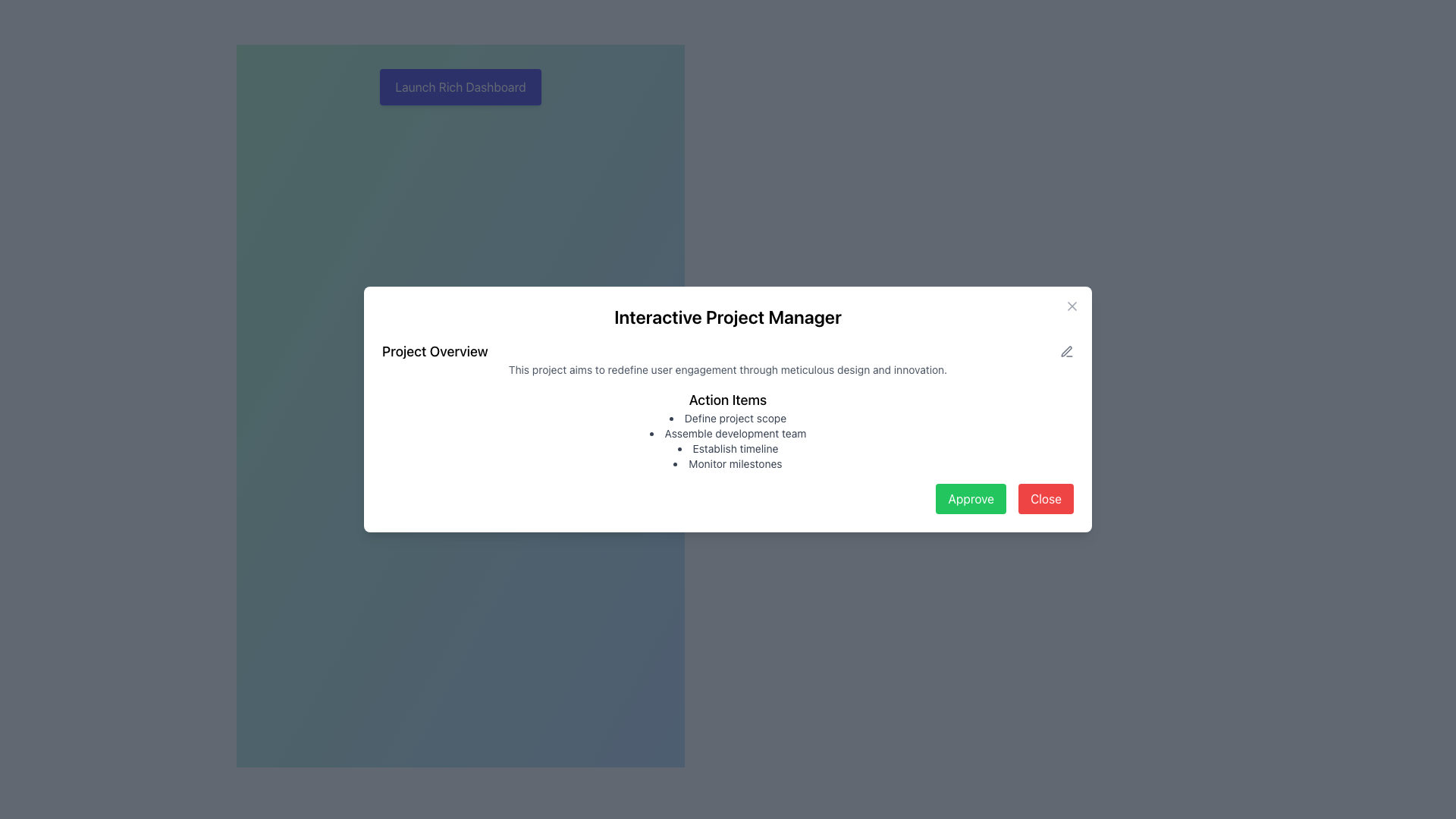 Image resolution: width=1456 pixels, height=819 pixels. I want to click on text element displaying 'Define project scope' which is the first item in the bulleted list of 'Action Items' within the 'Interactive Project Manager' modal window, so click(728, 418).